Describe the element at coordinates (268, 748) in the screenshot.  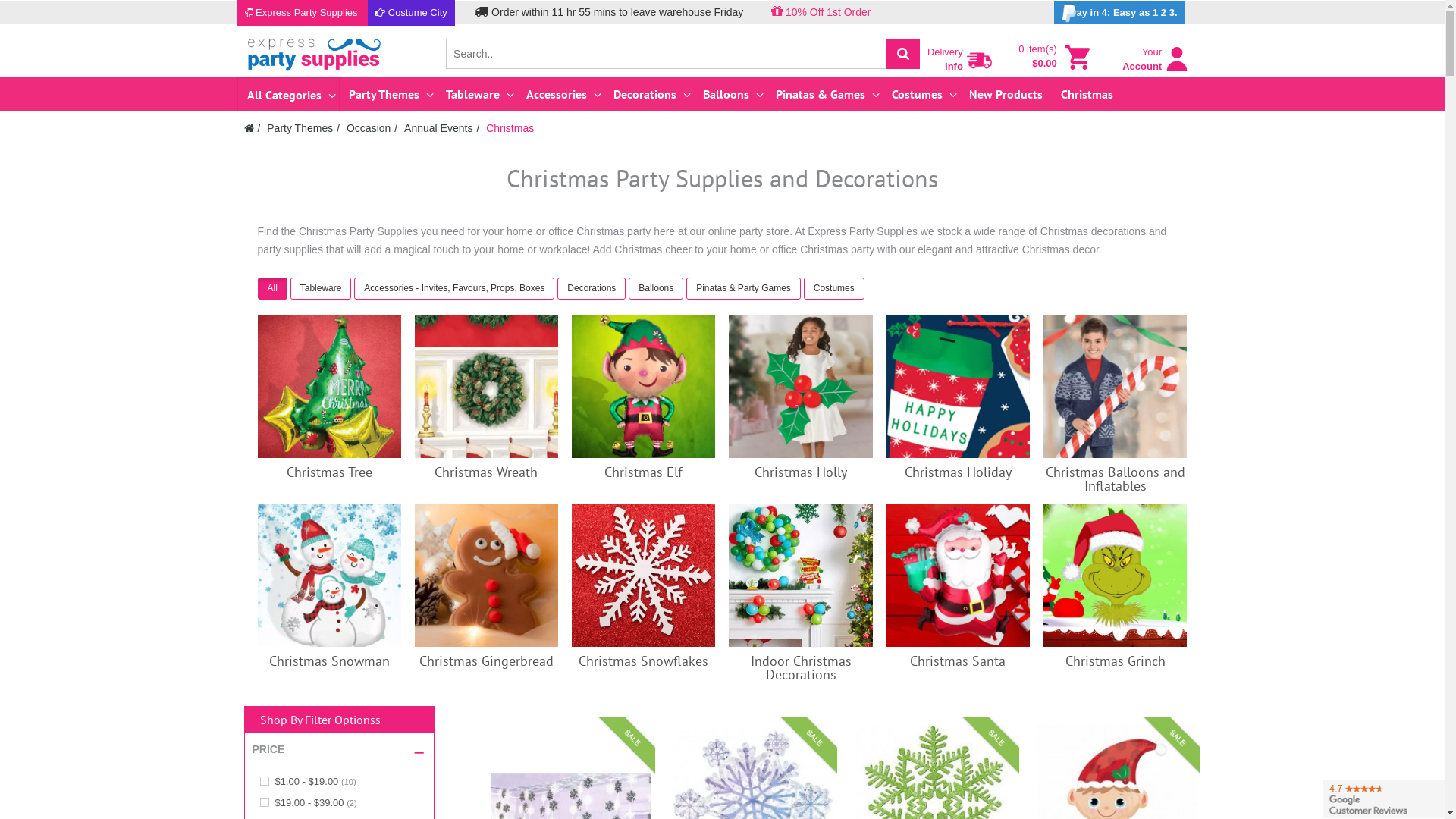
I see `'PRICE'` at that location.